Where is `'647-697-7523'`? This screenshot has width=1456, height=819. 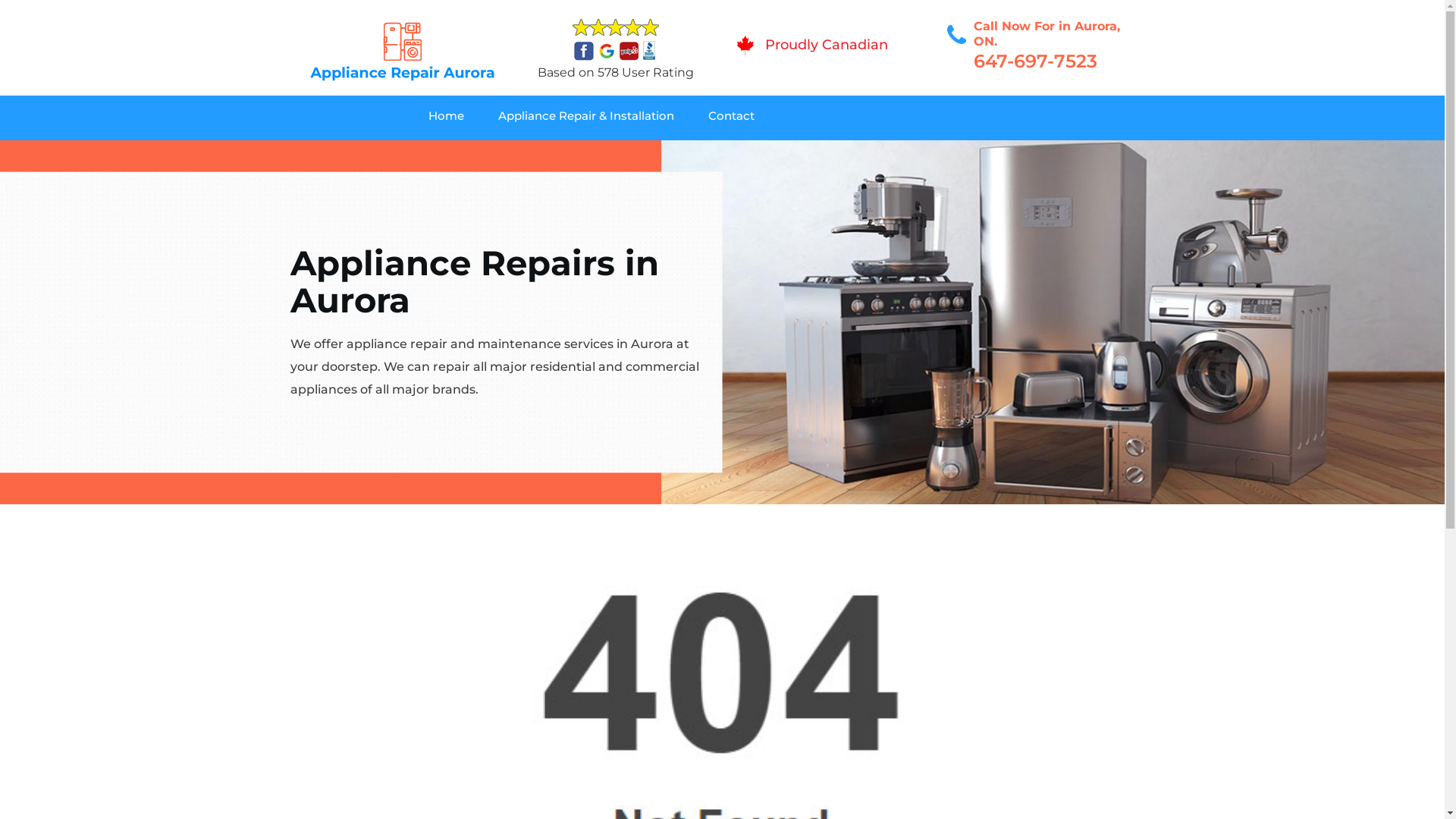 '647-697-7523' is located at coordinates (1034, 60).